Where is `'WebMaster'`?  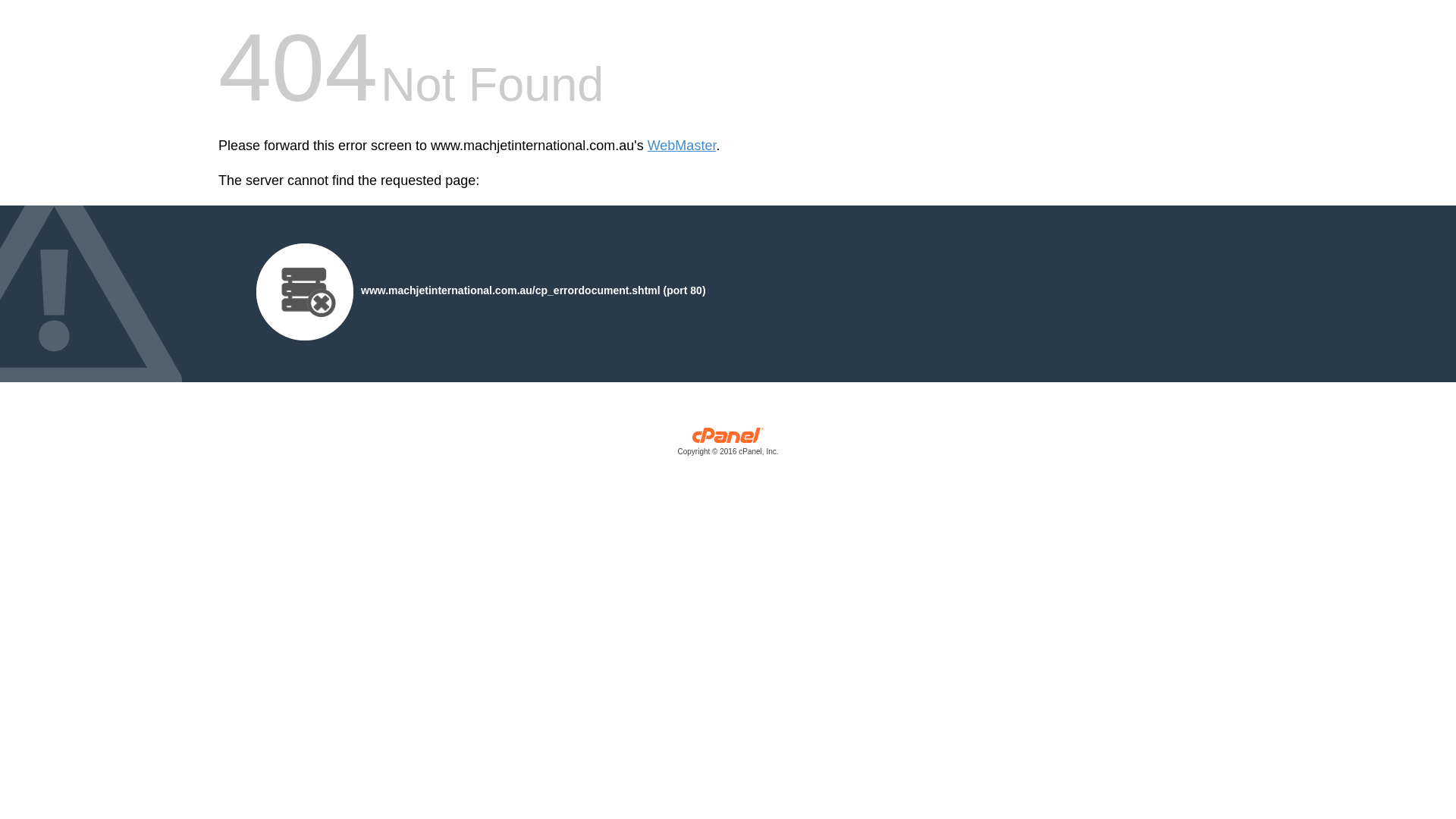
'WebMaster' is located at coordinates (681, 146).